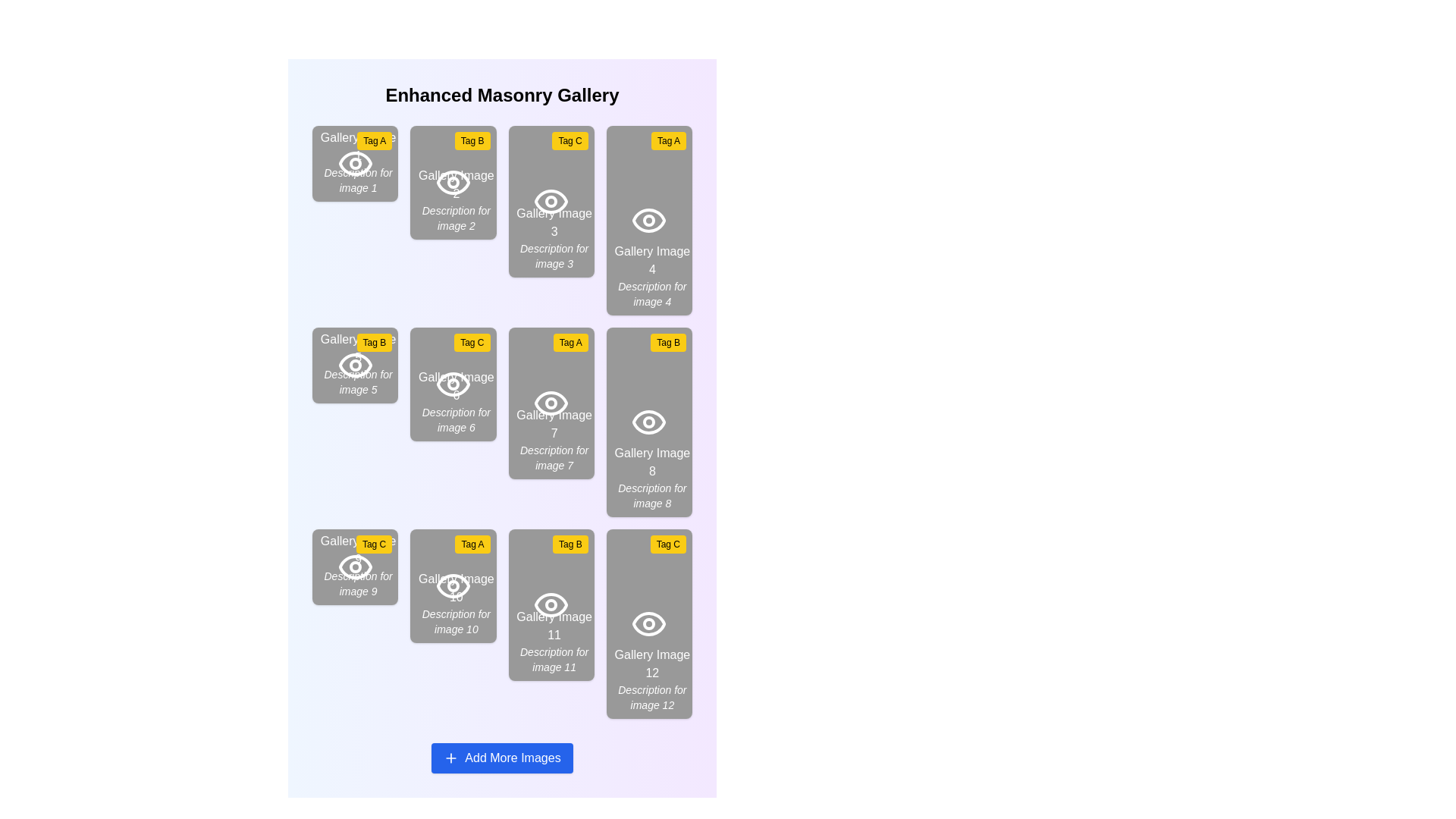 Image resolution: width=1456 pixels, height=819 pixels. I want to click on text content of the descriptive label located immediately below 'Gallery Image 12' in the bottom-right region of the gallery layout, so click(652, 698).